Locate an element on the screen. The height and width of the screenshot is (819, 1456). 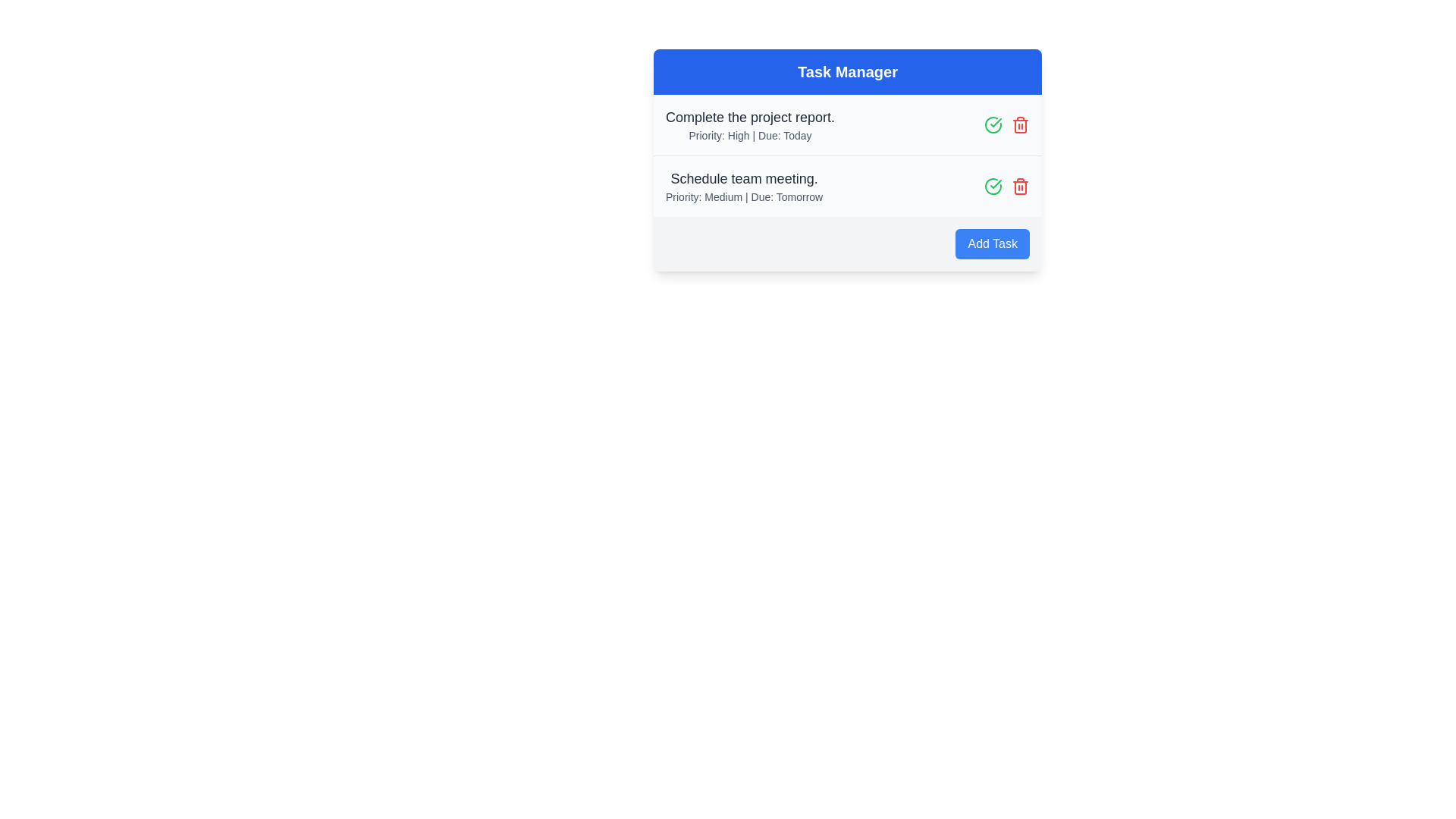
title text label located centrally in the blue header bar at the top of the task manager panel is located at coordinates (847, 72).